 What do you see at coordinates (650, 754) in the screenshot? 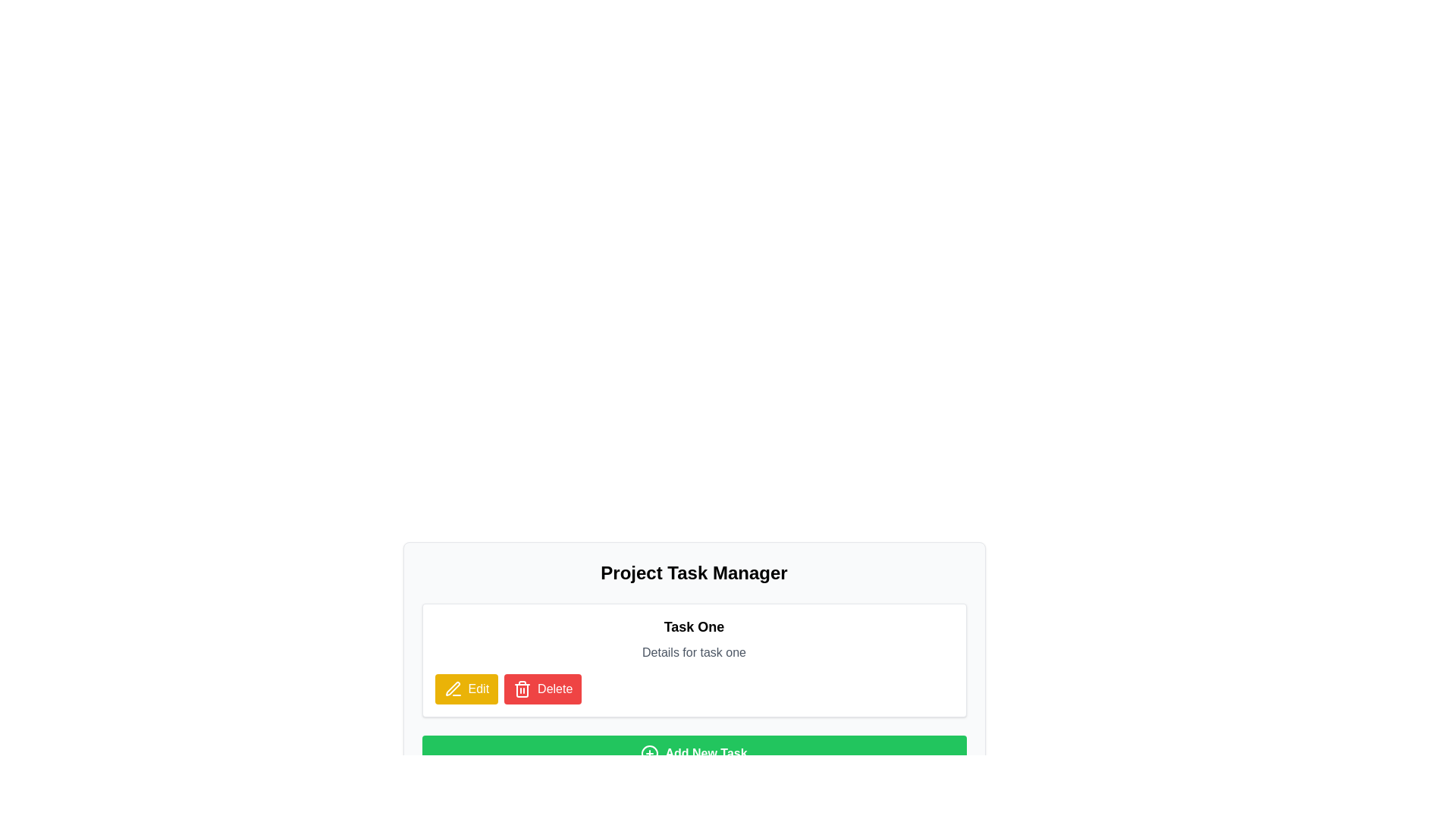
I see `the circular icon with a plus symbol in the center, which is styled with a green border and is located to the left of the 'Add New Task' text` at bounding box center [650, 754].